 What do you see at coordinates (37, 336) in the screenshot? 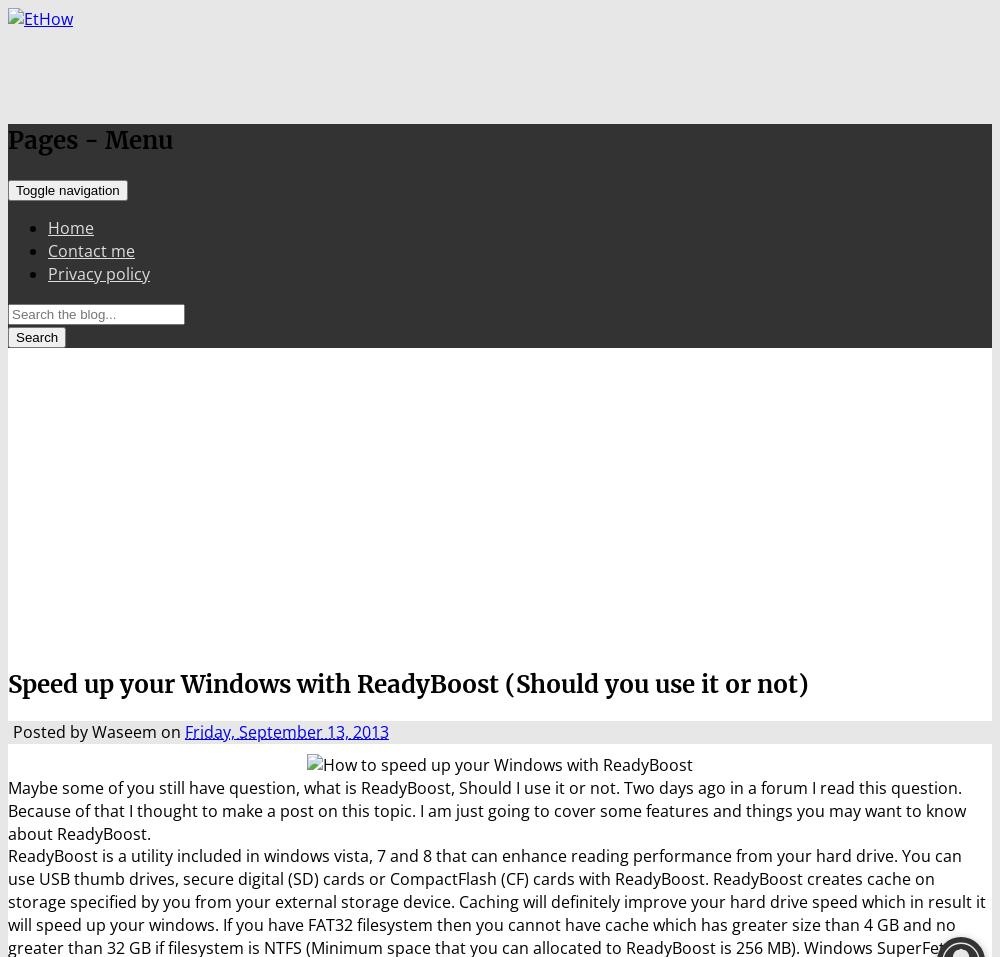
I see `'Search'` at bounding box center [37, 336].